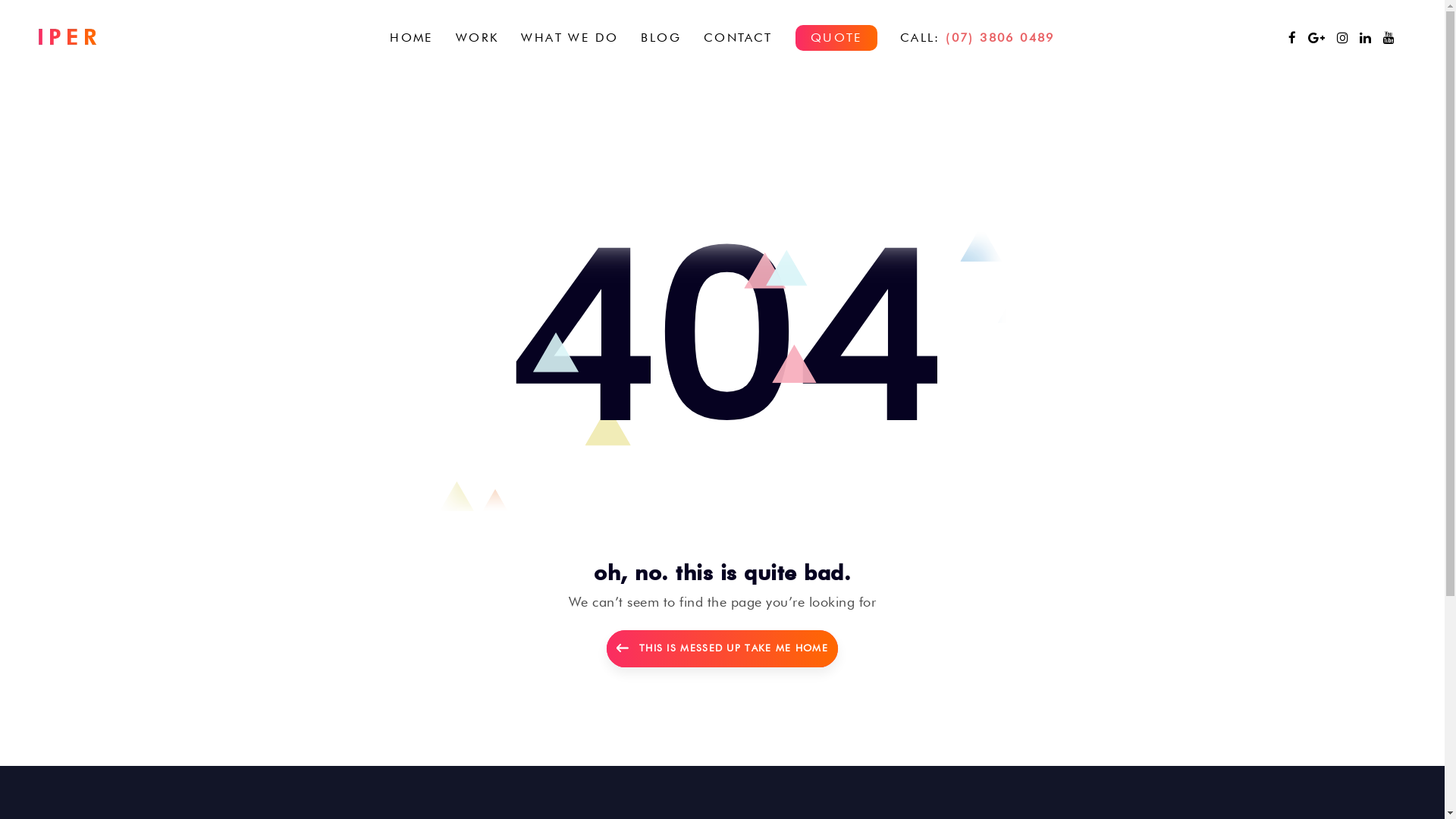  I want to click on 'QUOTE', so click(836, 36).